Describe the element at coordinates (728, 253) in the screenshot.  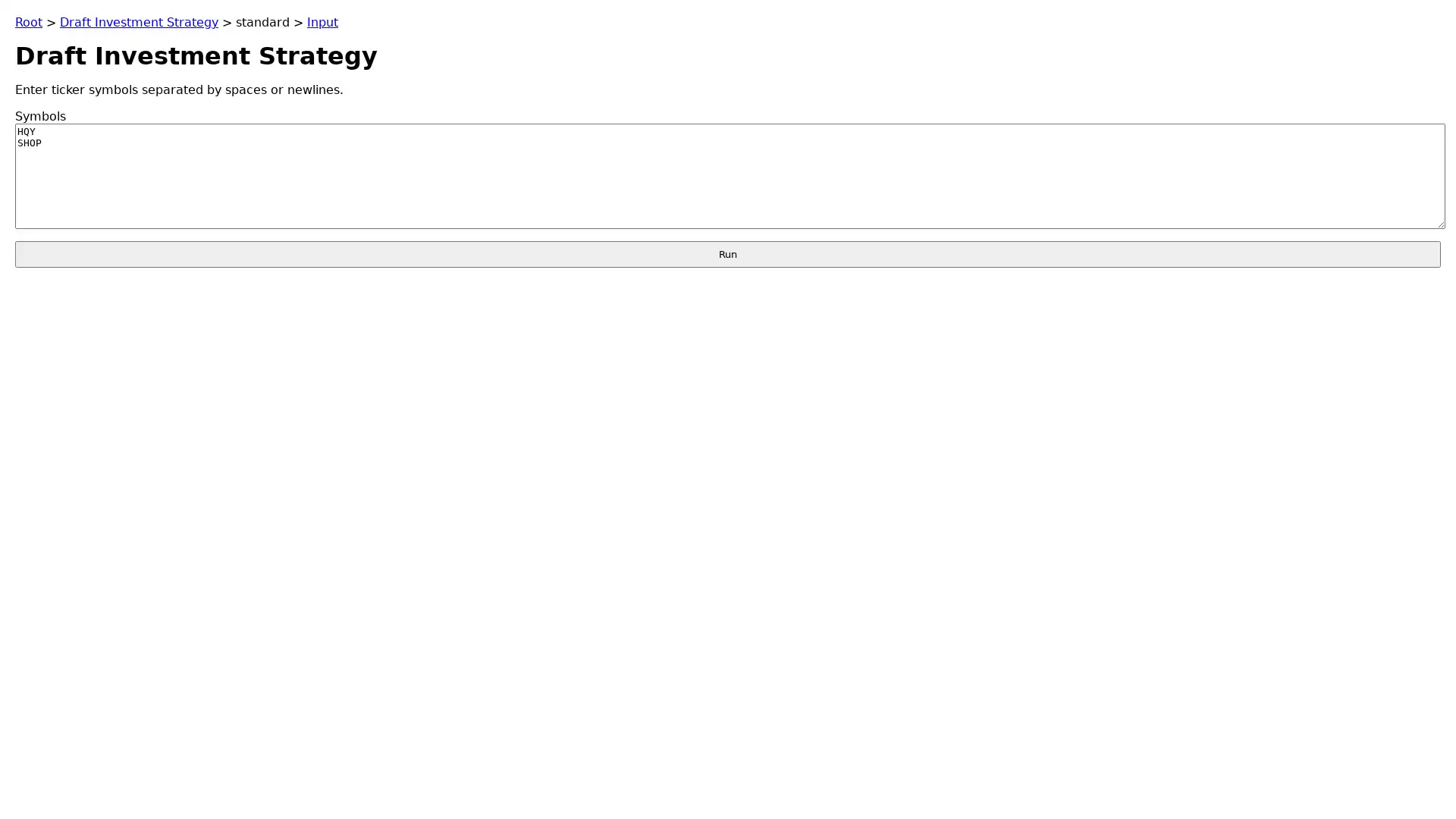
I see `Run` at that location.